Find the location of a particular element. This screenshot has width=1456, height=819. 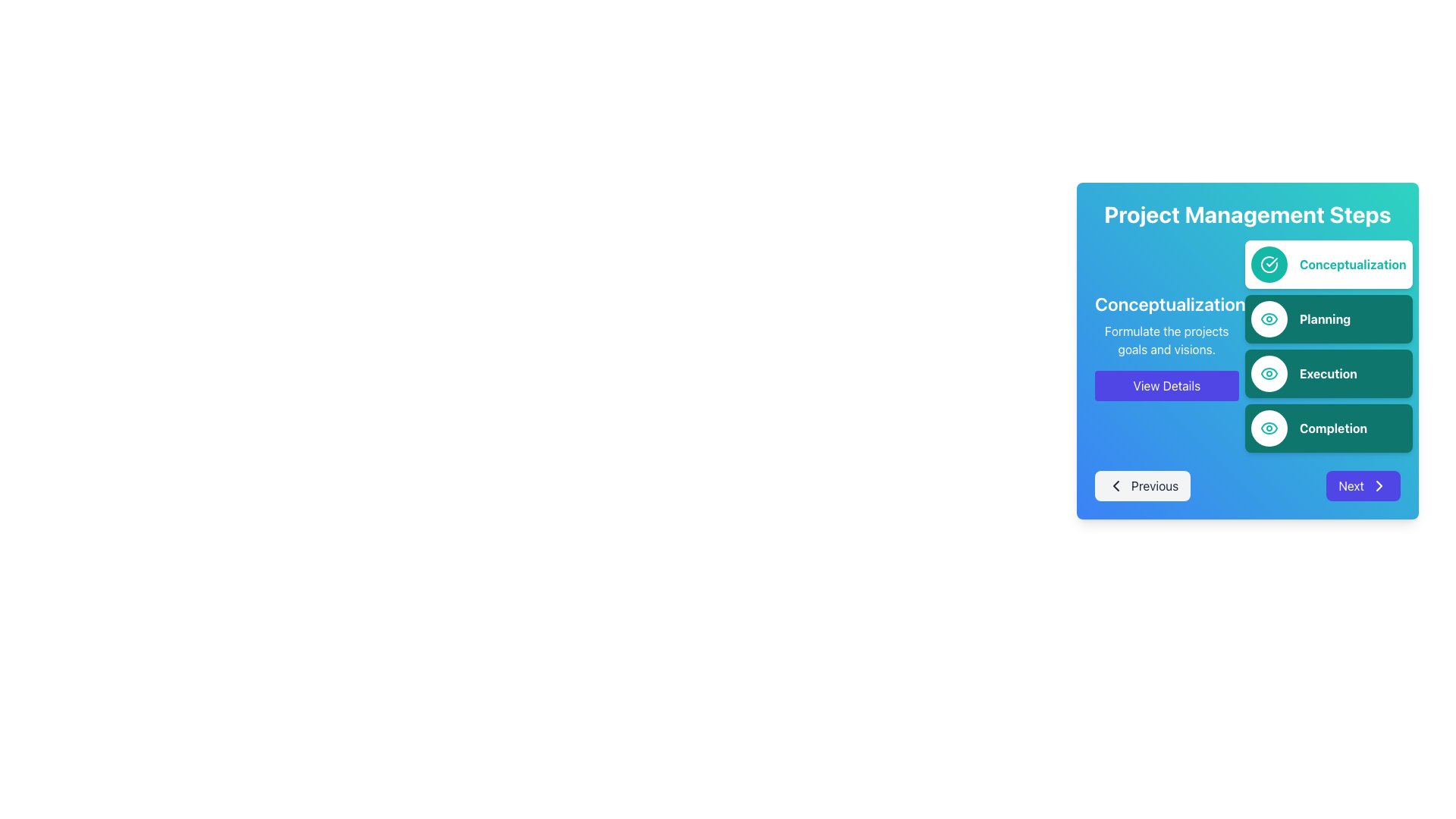

the graphic icon located on the left side of the 'Previous' button, which indicates navigation to the previous page is located at coordinates (1116, 485).